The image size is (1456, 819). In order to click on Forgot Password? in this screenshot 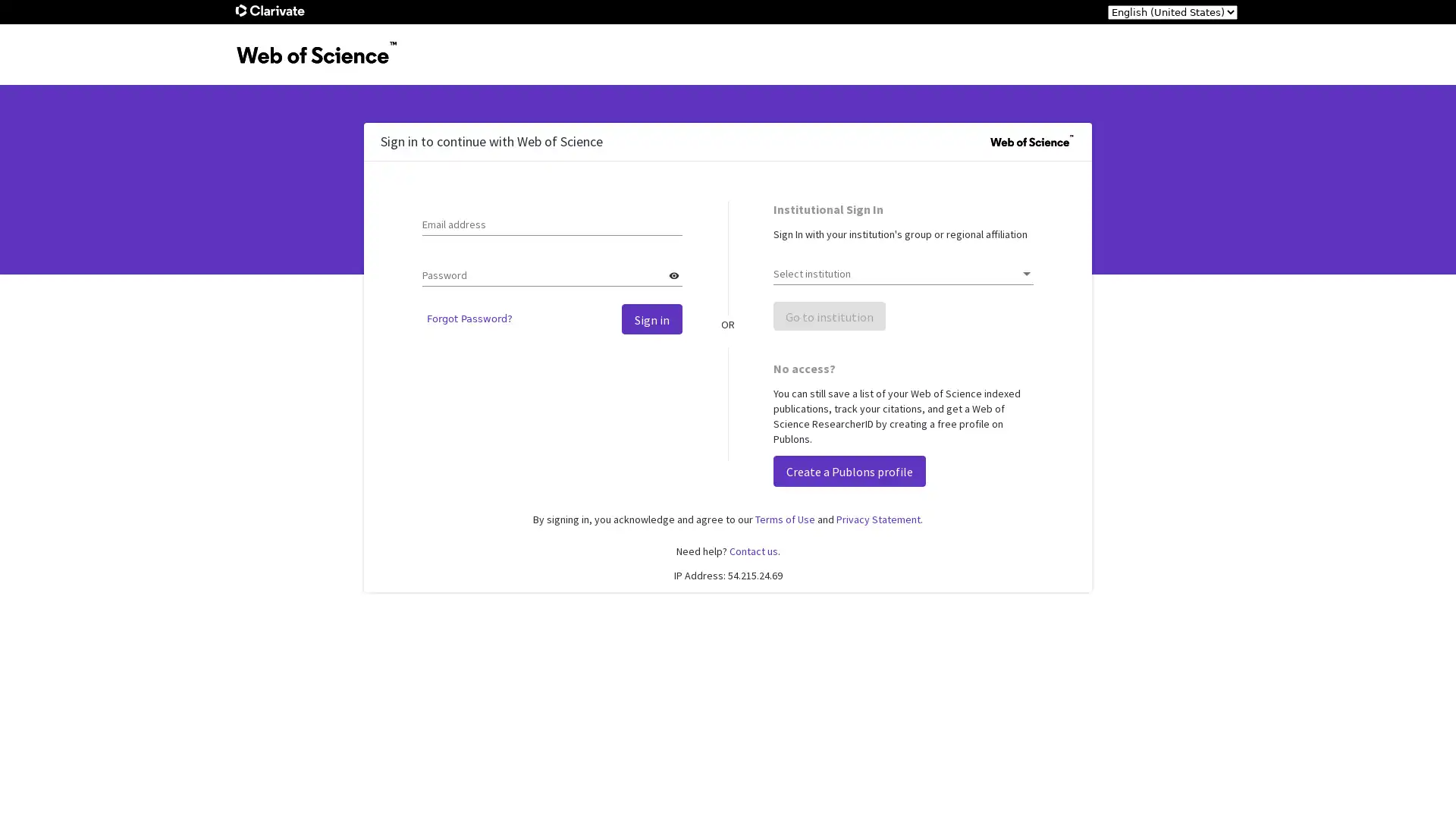, I will do `click(468, 318)`.